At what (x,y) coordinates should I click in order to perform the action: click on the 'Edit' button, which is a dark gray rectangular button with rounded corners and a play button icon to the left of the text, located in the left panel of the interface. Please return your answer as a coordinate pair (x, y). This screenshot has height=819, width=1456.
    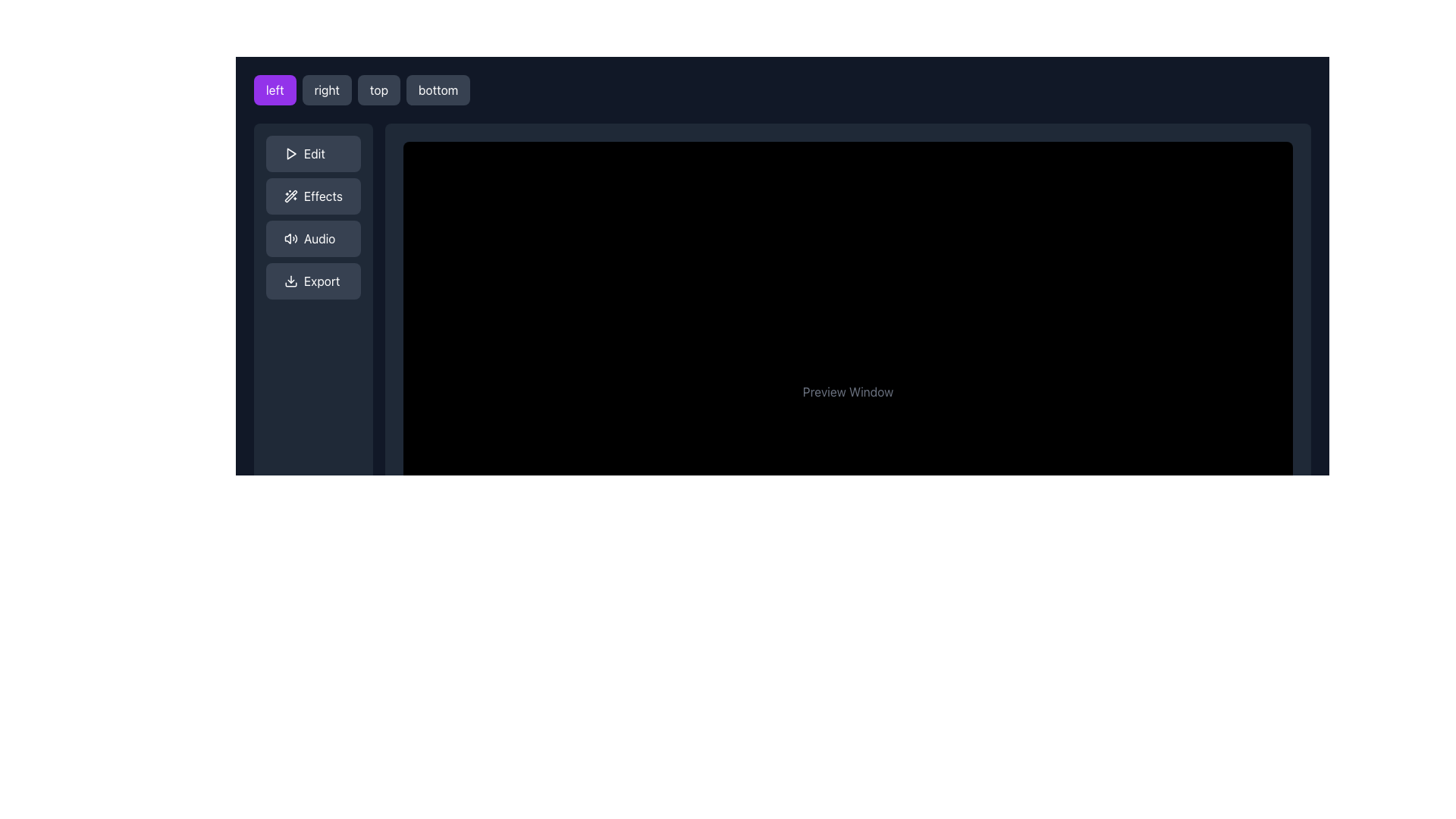
    Looking at the image, I should click on (312, 154).